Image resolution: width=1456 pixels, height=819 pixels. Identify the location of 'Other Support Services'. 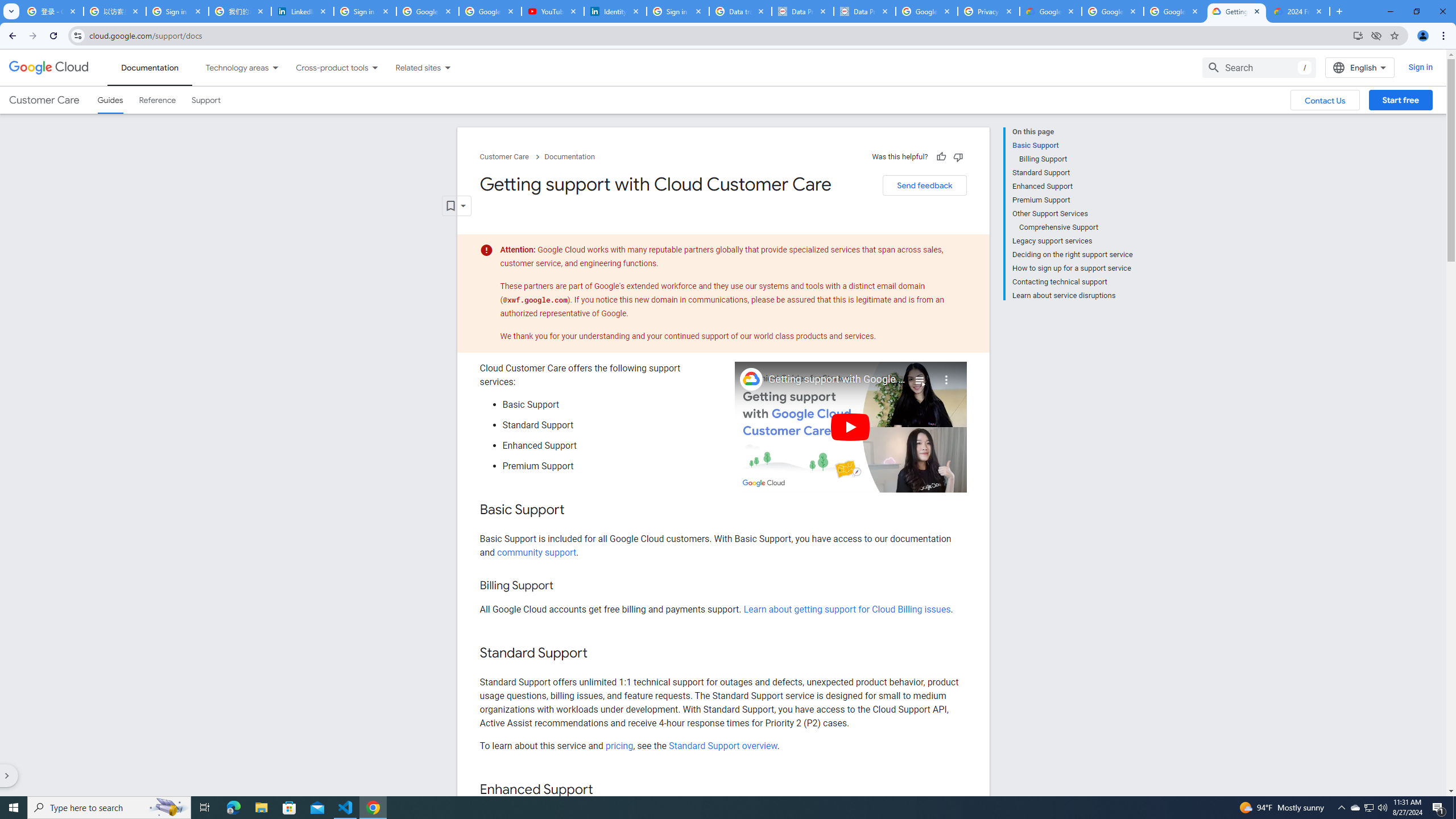
(1072, 213).